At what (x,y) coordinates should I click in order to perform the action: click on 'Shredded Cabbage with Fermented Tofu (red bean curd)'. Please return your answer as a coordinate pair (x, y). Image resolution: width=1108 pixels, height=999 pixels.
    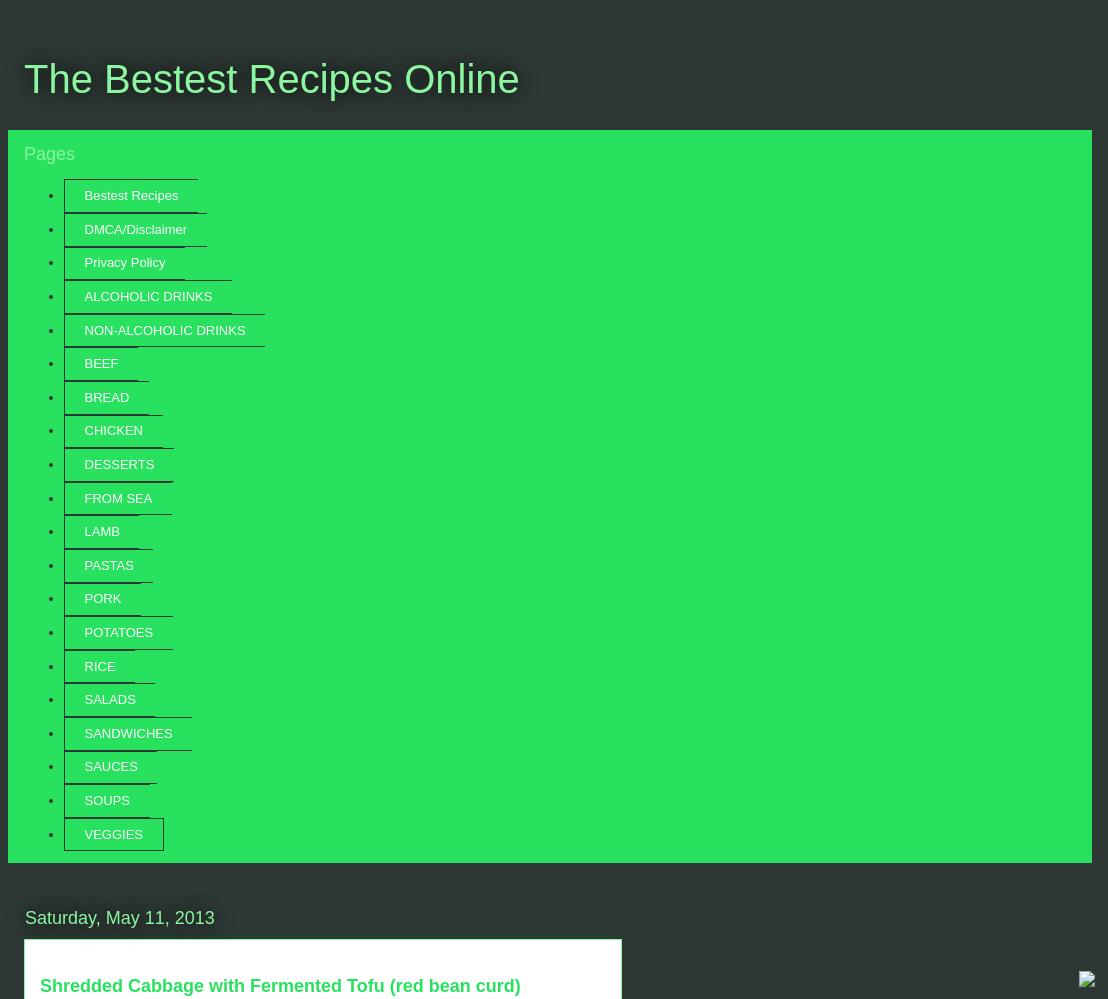
    Looking at the image, I should click on (279, 985).